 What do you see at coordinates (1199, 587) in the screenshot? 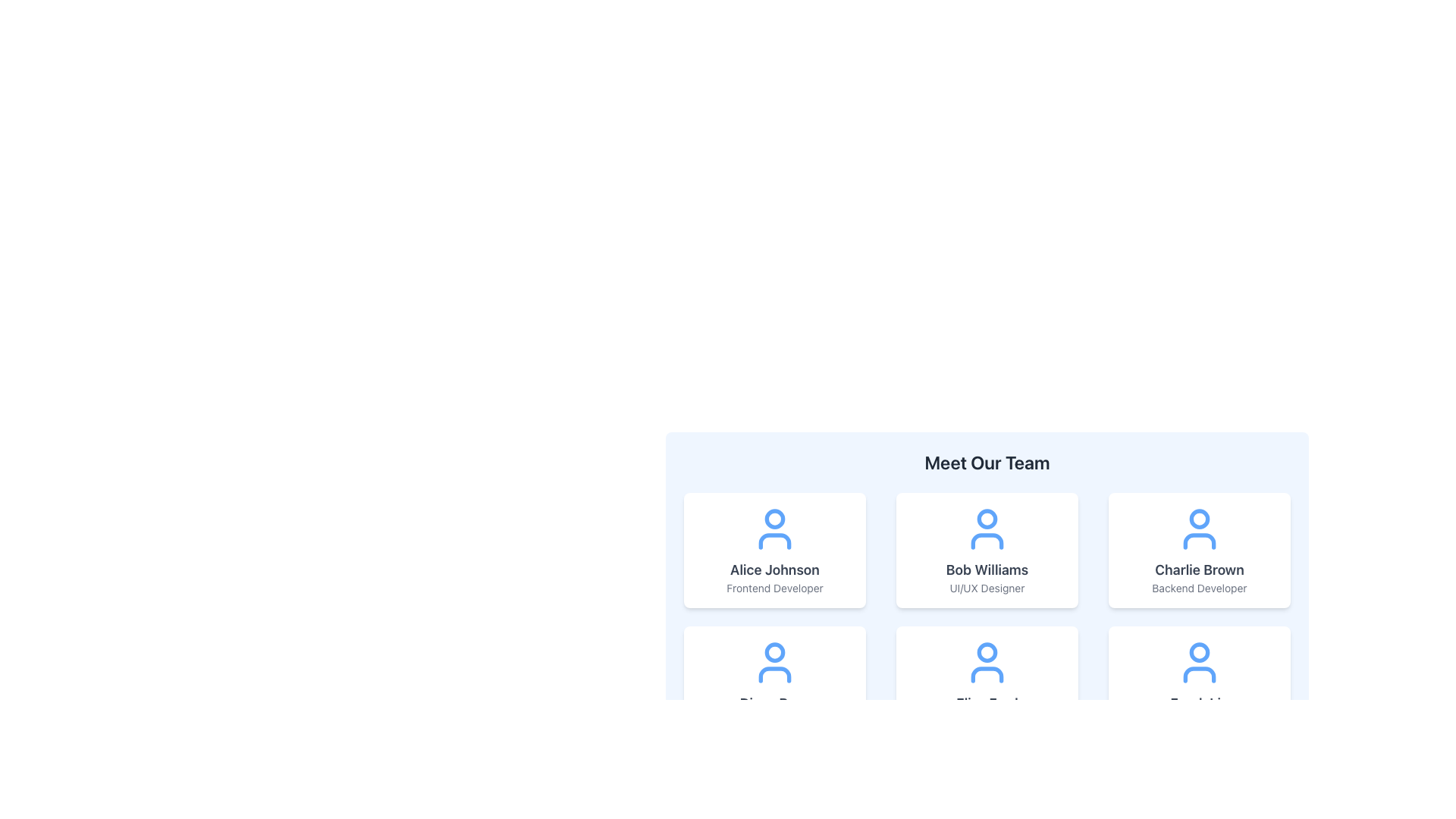
I see `text label displaying the job title 'Backend Developer' located at the bottom-center of the card for 'Charlie Brown' in the top-right corner of the grid` at bounding box center [1199, 587].